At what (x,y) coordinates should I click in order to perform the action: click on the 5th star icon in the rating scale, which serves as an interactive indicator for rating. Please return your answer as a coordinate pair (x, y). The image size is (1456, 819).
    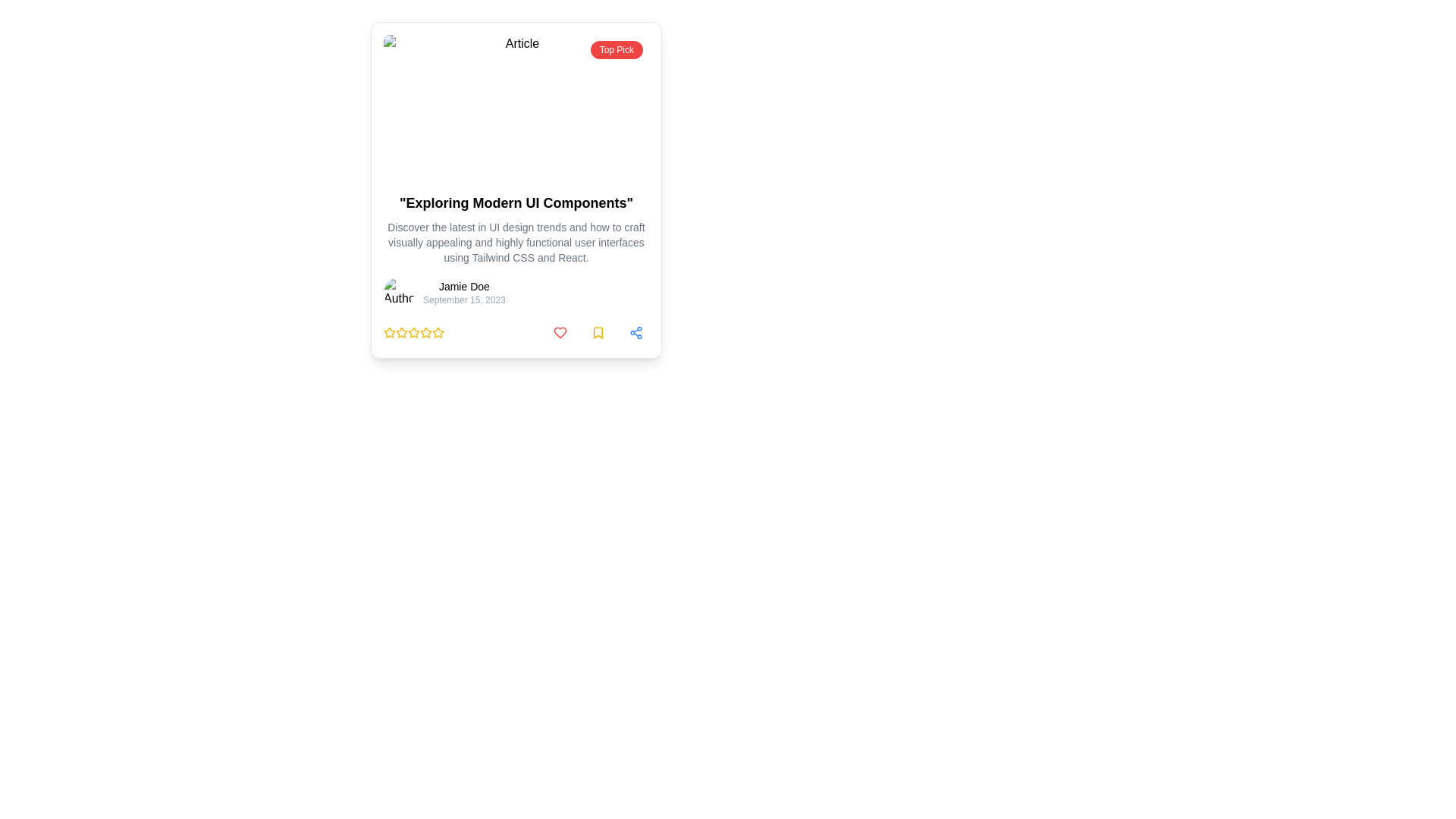
    Looking at the image, I should click on (437, 332).